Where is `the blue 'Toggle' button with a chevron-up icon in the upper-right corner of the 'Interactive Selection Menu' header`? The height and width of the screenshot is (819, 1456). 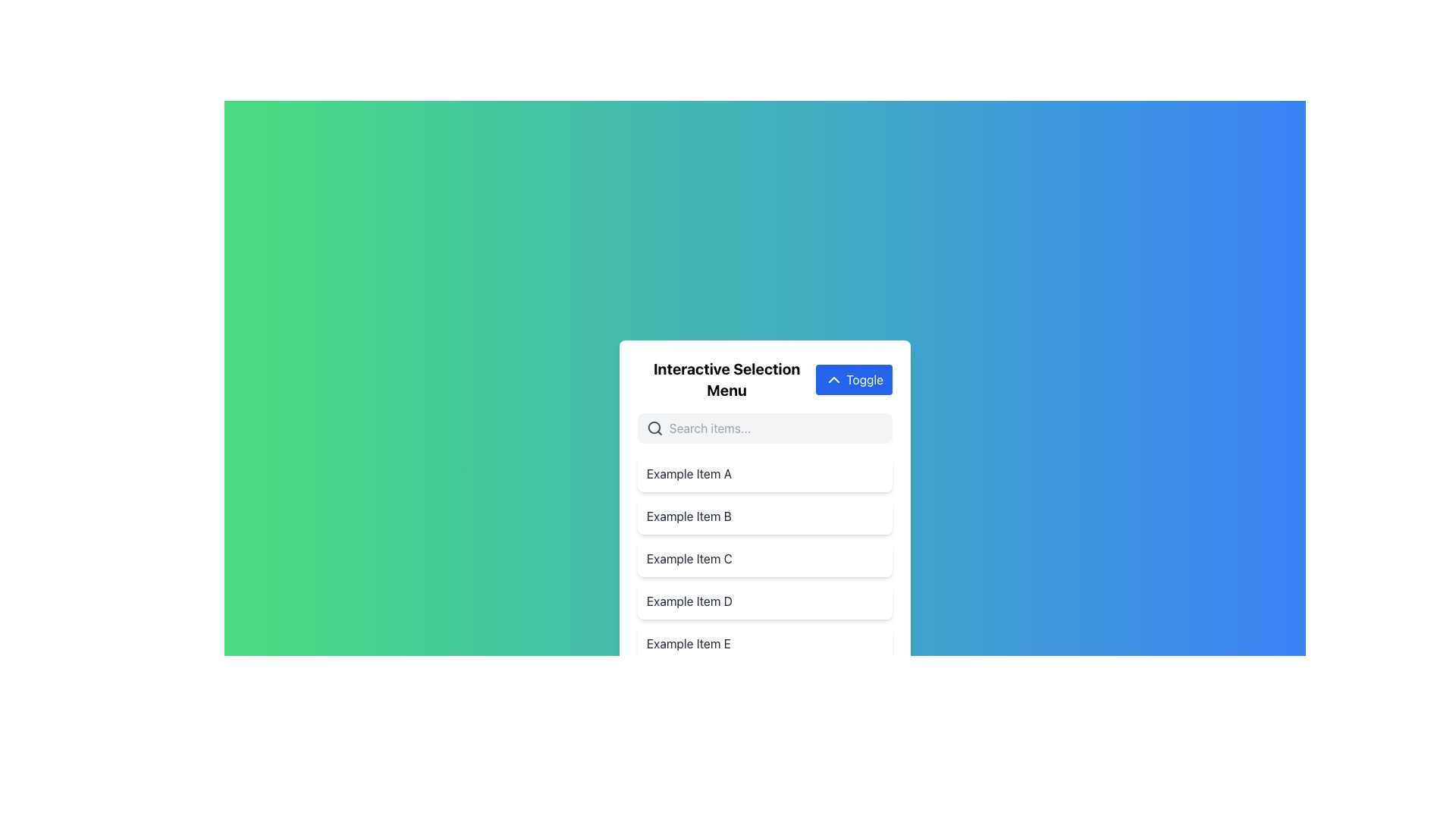
the blue 'Toggle' button with a chevron-up icon in the upper-right corner of the 'Interactive Selection Menu' header is located at coordinates (854, 379).